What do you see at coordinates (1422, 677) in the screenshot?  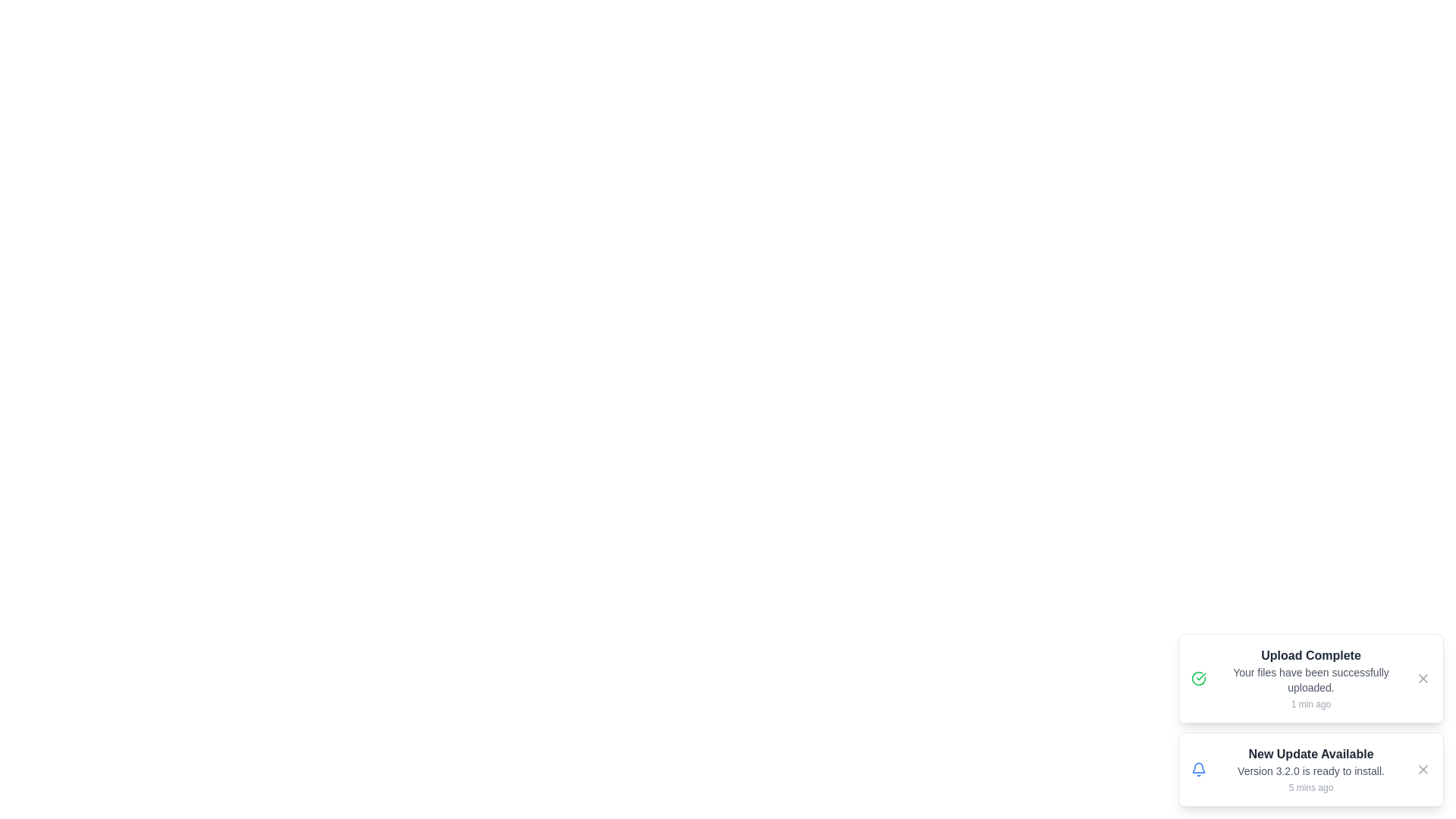 I see `the dismiss button with an icon located at the top-right corner of the 'Upload Complete' notification card` at bounding box center [1422, 677].